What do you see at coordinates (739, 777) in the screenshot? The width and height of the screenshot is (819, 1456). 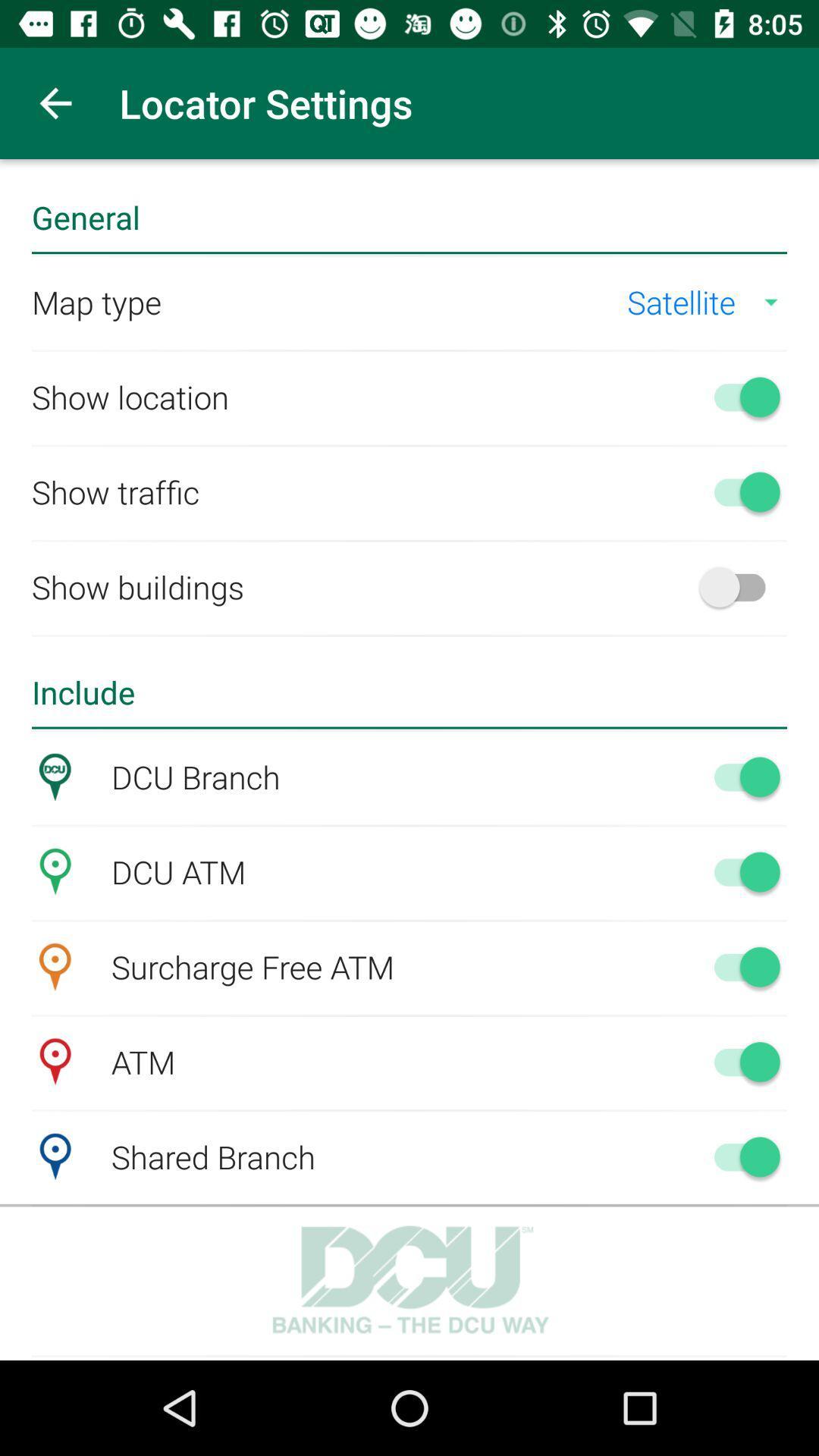 I see `options` at bounding box center [739, 777].